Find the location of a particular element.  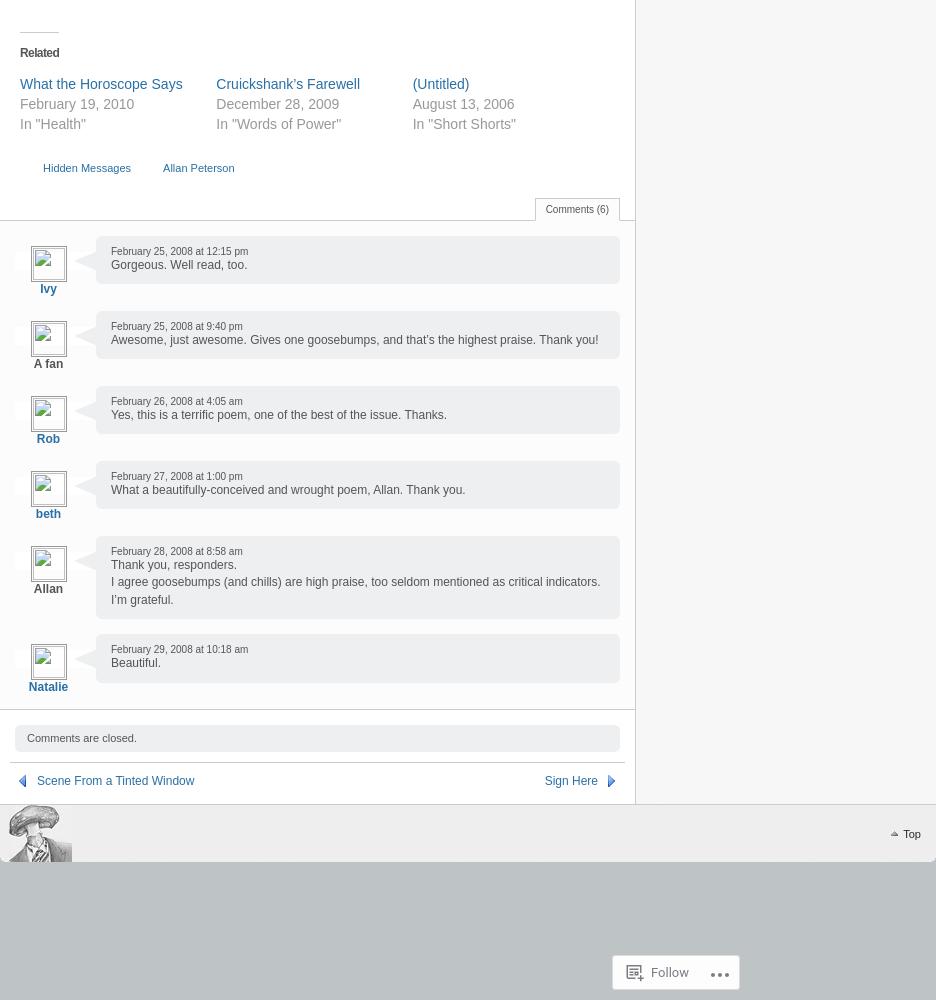

'February 27, 2008 at 1:00 pm' is located at coordinates (175, 474).